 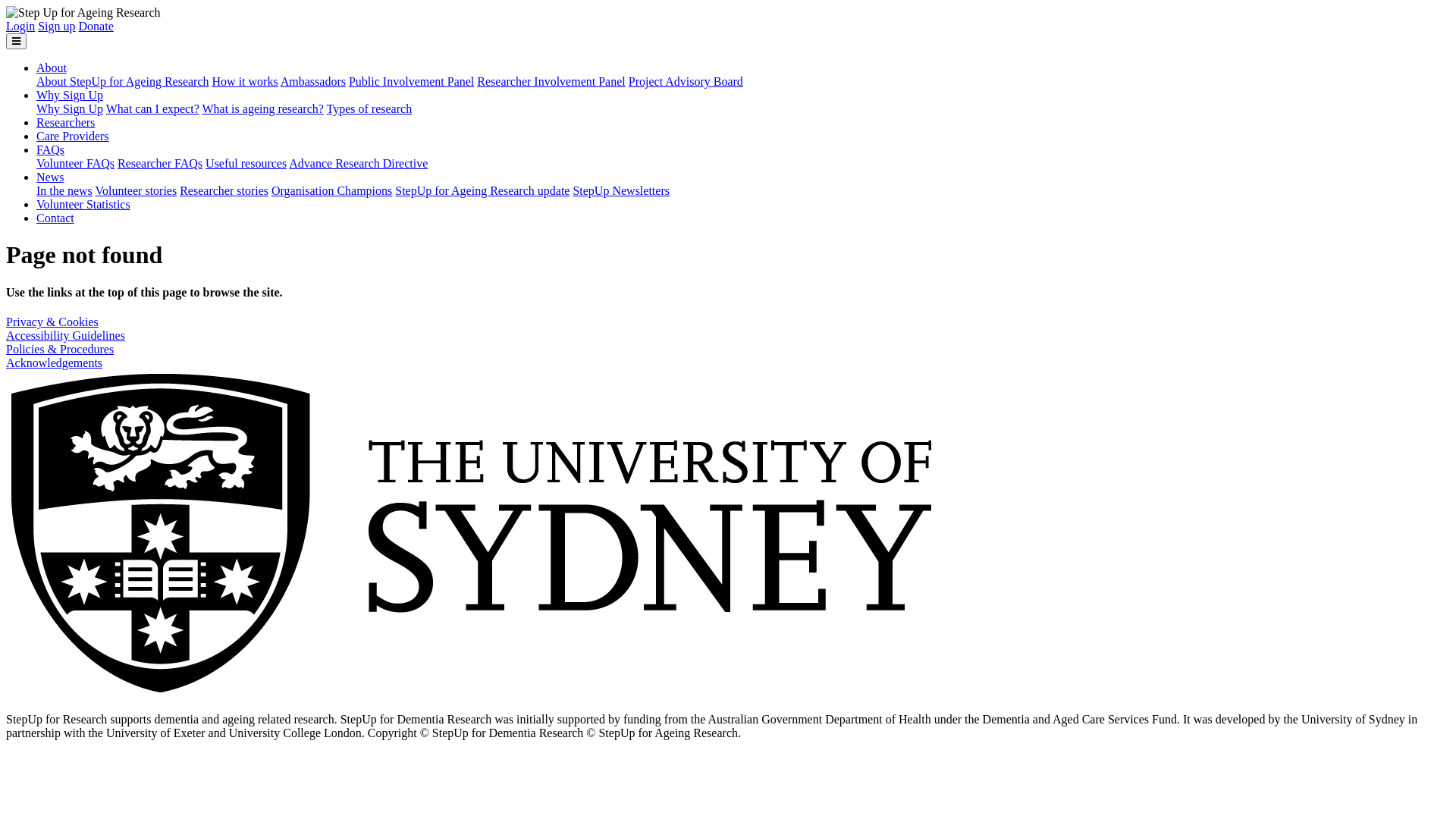 I want to click on 'Why Sign Up', so click(x=68, y=95).